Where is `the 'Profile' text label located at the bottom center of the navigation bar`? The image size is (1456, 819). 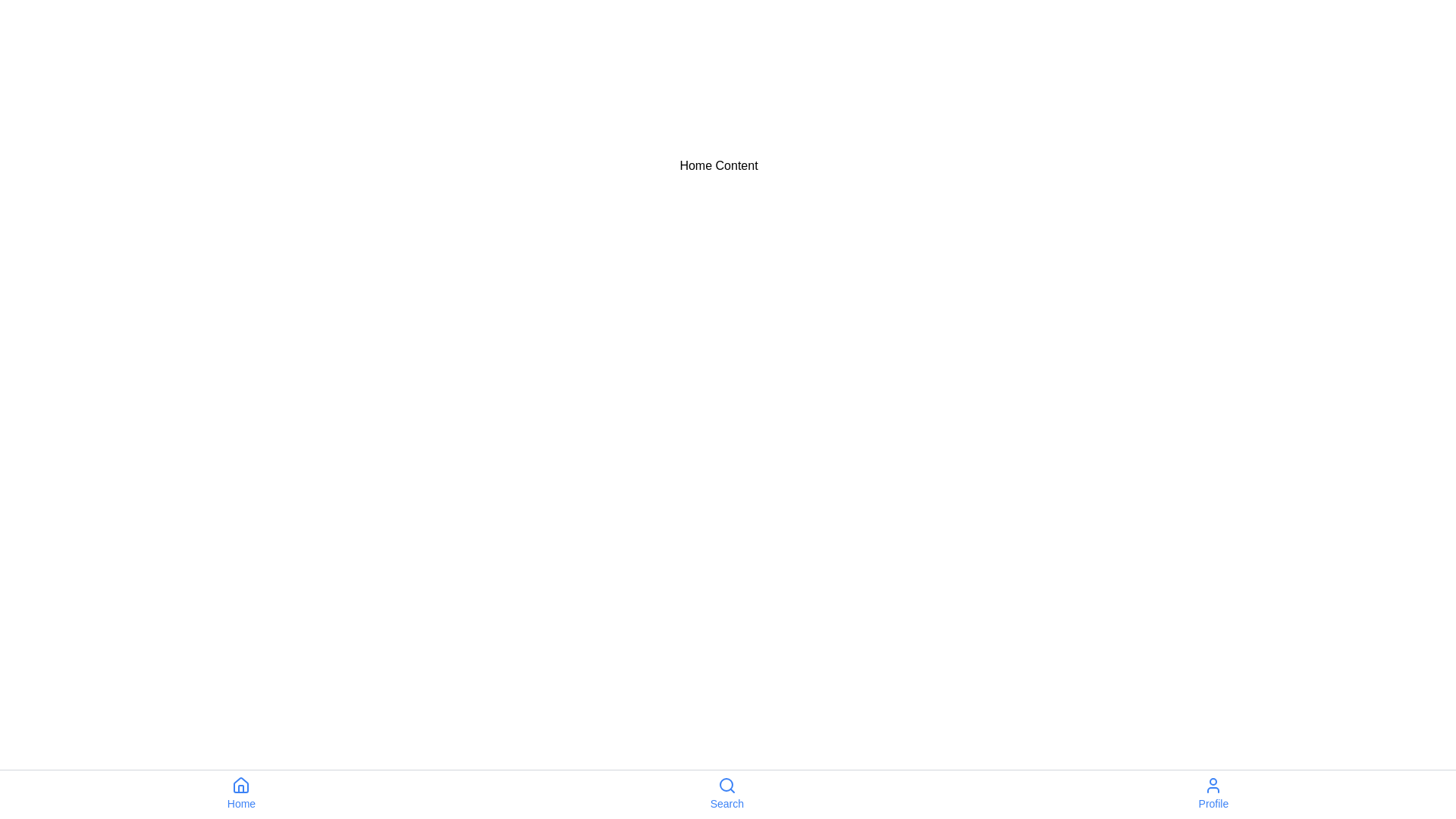
the 'Profile' text label located at the bottom center of the navigation bar is located at coordinates (1212, 803).